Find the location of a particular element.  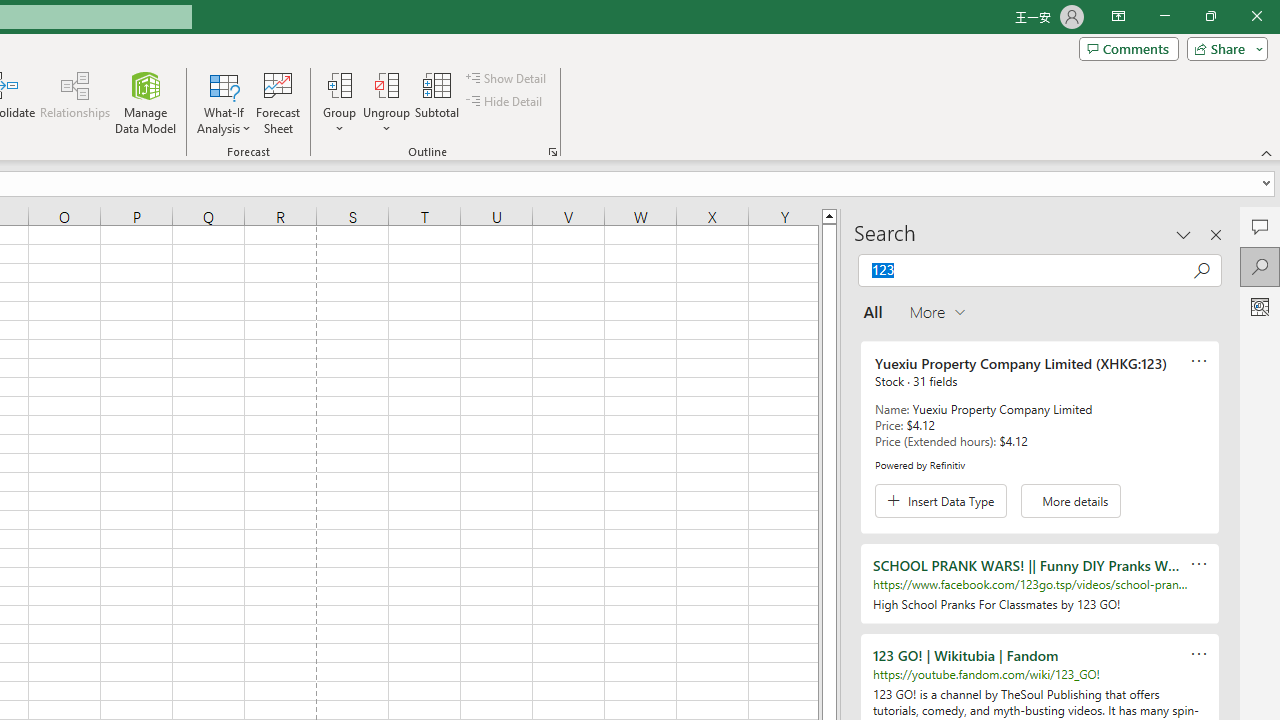

'Share' is located at coordinates (1222, 47).